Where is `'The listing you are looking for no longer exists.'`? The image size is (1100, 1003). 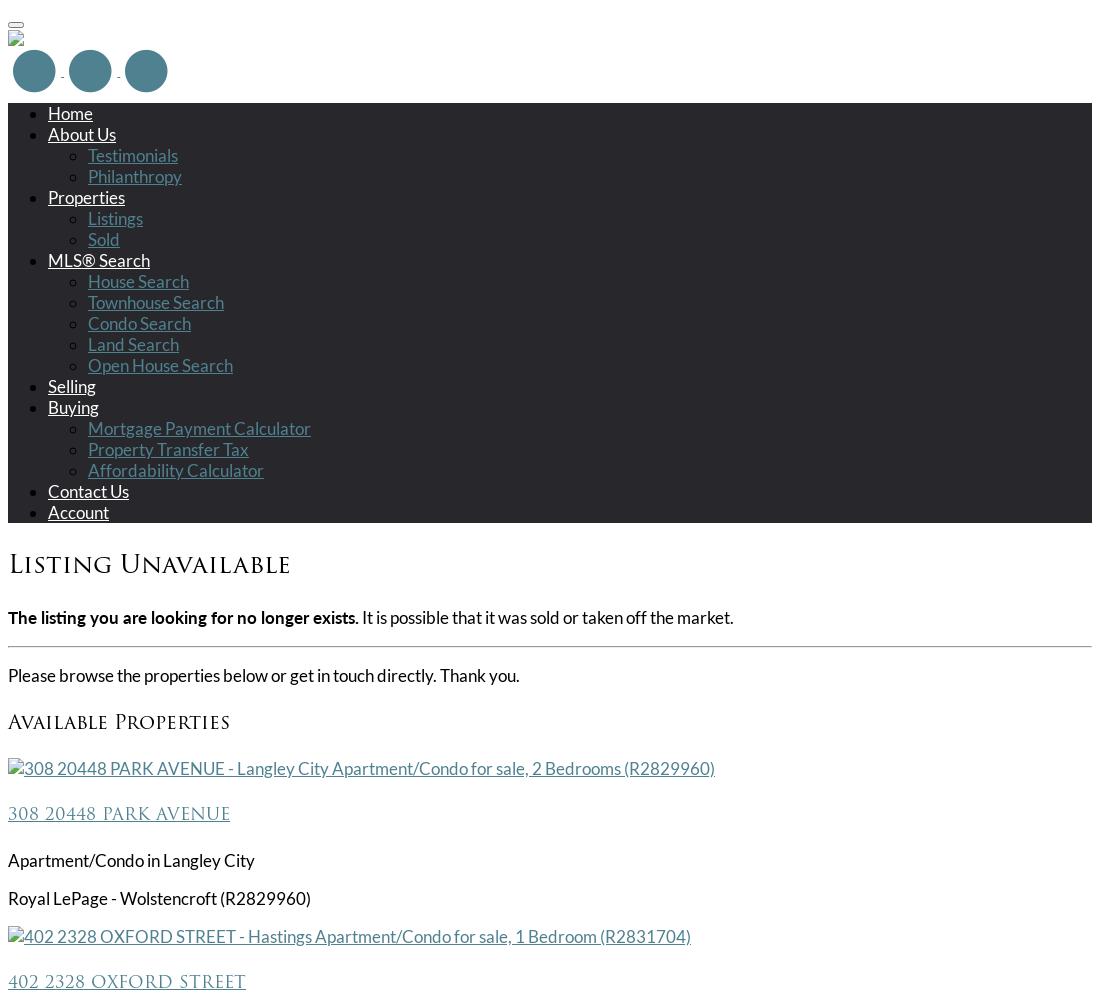
'The listing you are looking for no longer exists.' is located at coordinates (7, 616).